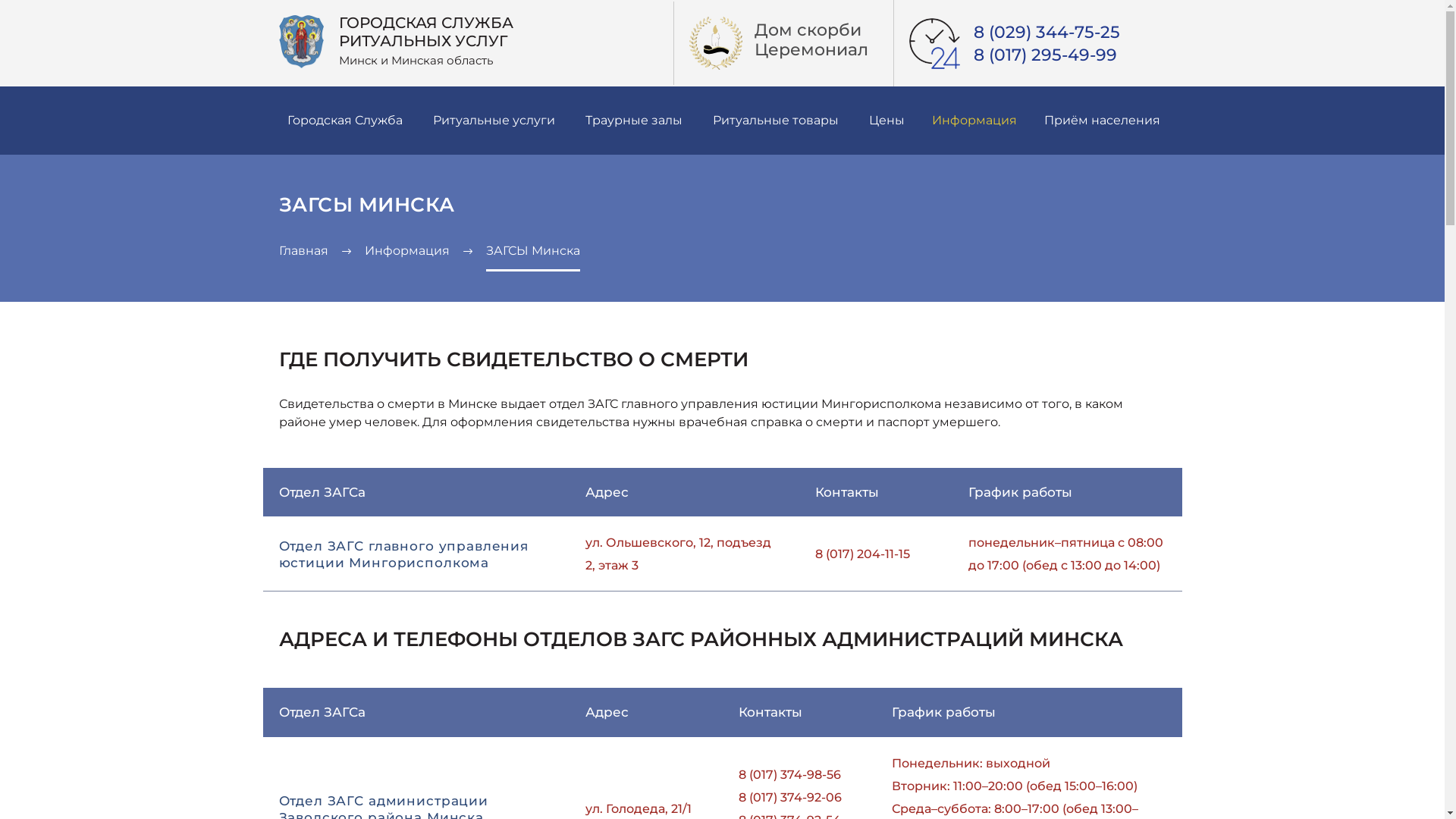  Describe the element at coordinates (973, 32) in the screenshot. I see `'8 (029) 344-75-25'` at that location.